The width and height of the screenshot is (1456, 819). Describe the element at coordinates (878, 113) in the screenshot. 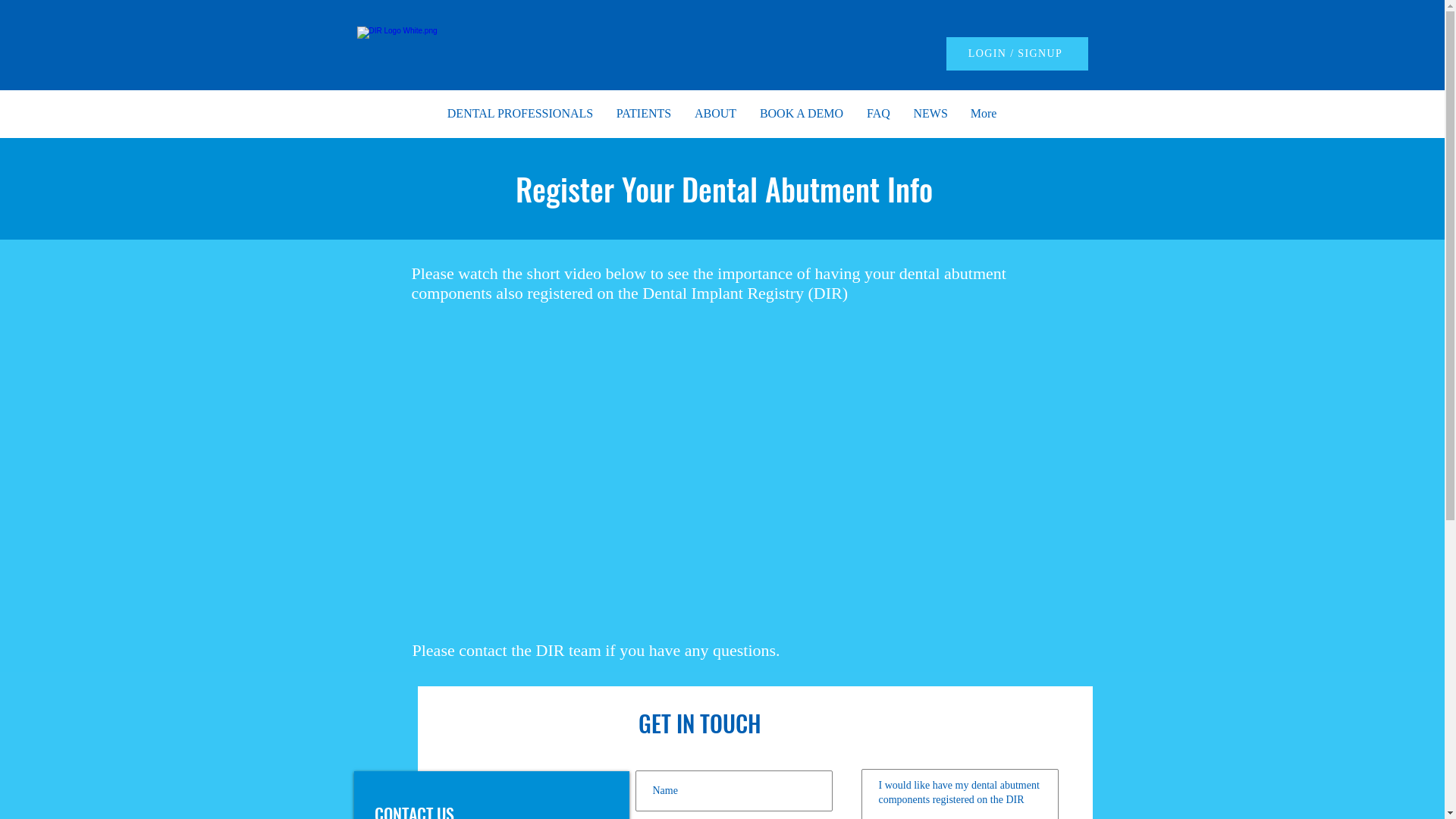

I see `'FAQ'` at that location.